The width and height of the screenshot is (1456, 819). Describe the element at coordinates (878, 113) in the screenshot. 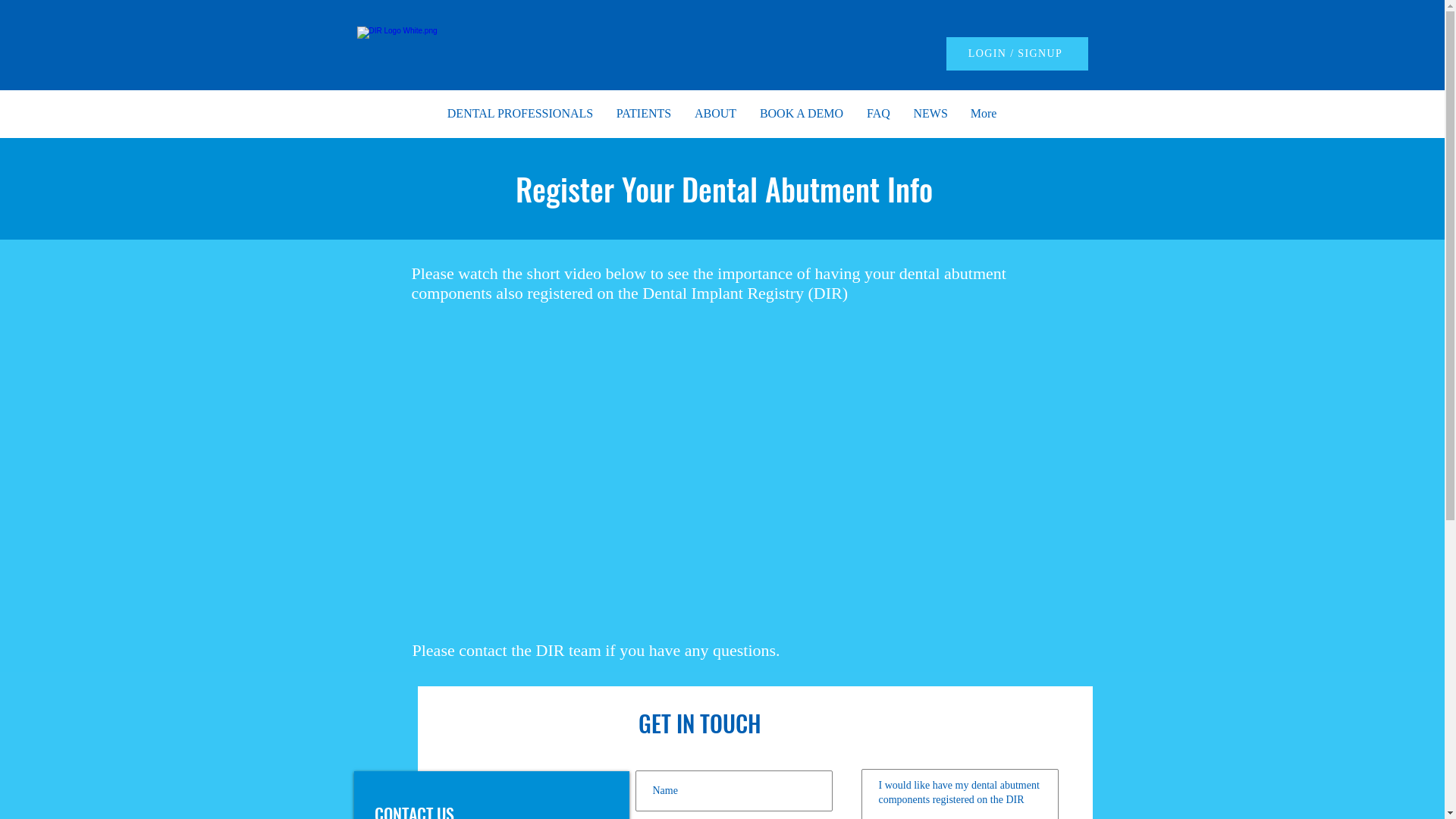

I see `'FAQ'` at that location.